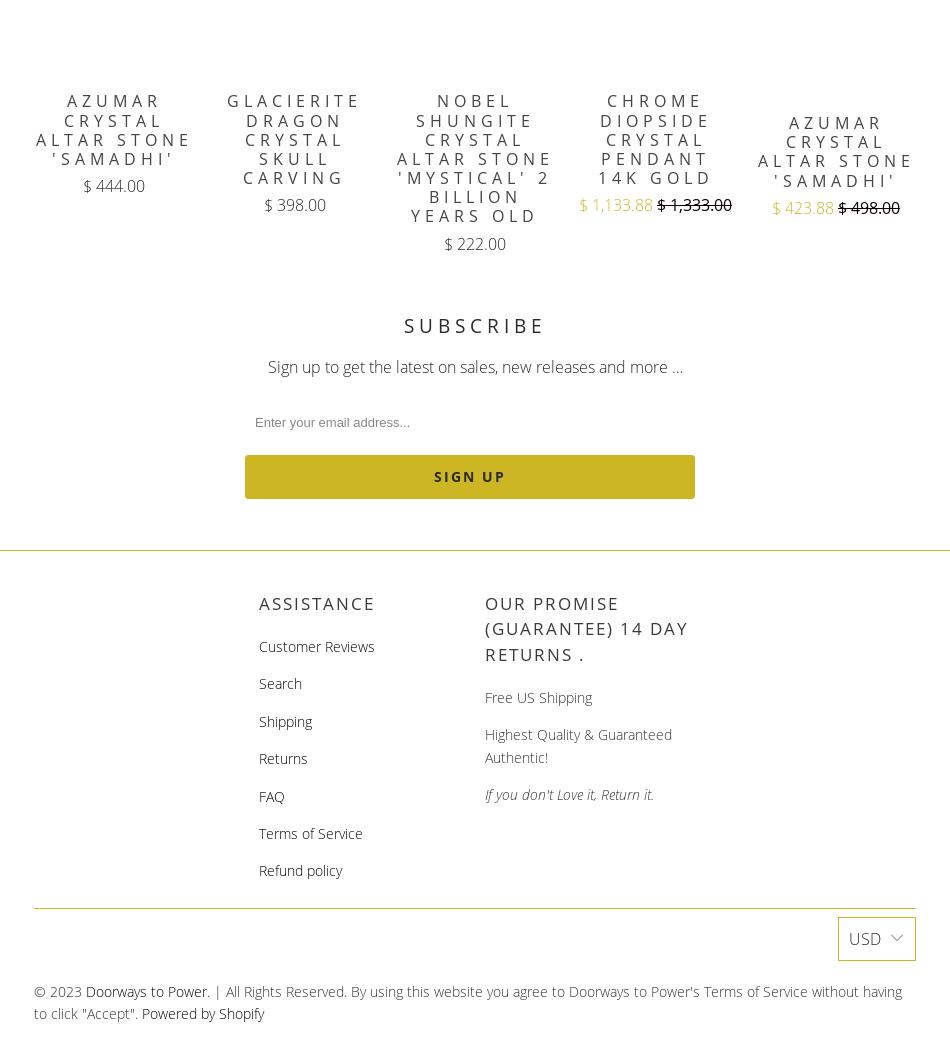 This screenshot has width=950, height=1058. I want to click on 'FAQ', so click(270, 794).